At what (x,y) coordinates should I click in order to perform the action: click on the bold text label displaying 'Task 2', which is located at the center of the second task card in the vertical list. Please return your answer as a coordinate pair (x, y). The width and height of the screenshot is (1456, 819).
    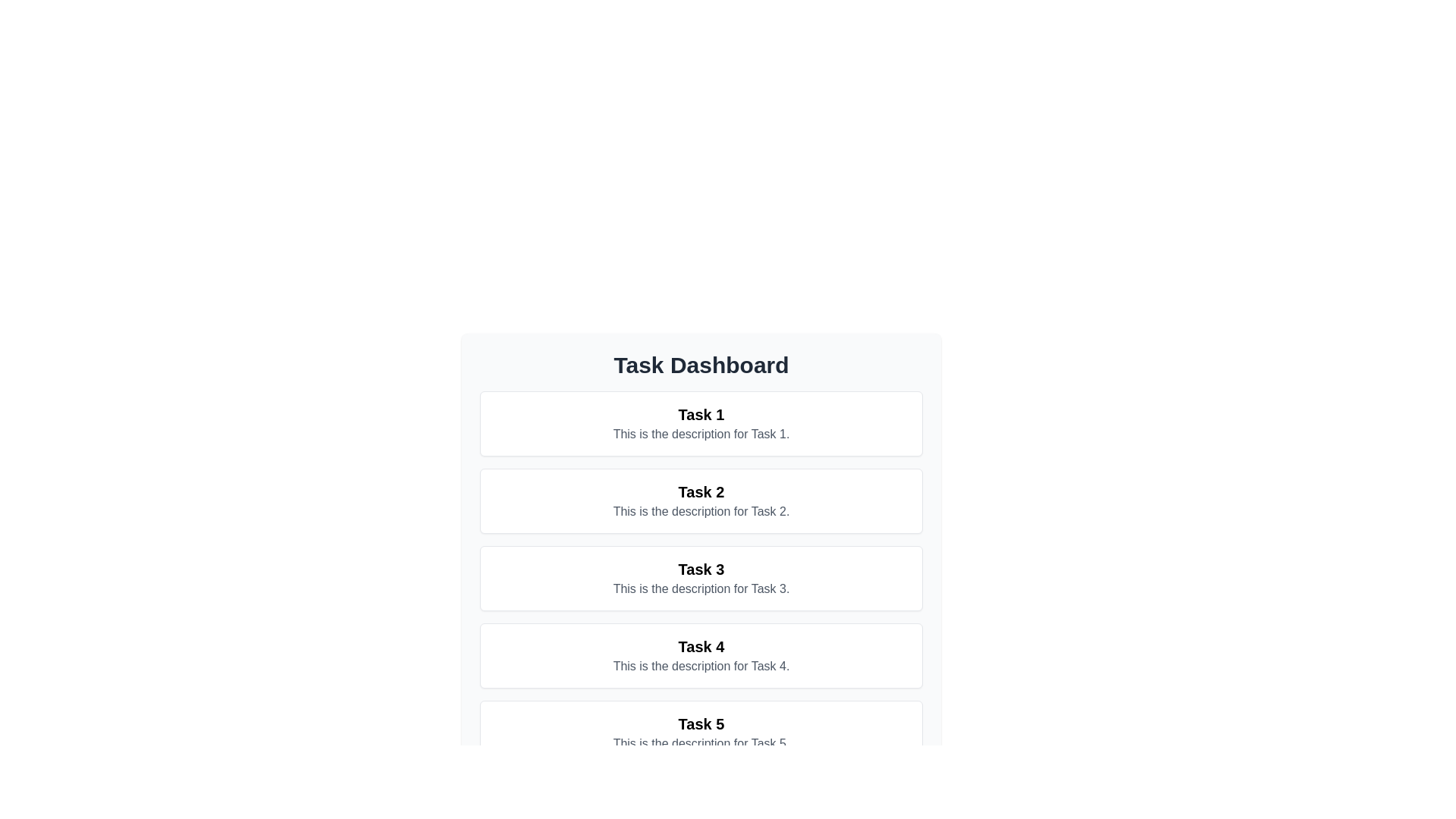
    Looking at the image, I should click on (701, 491).